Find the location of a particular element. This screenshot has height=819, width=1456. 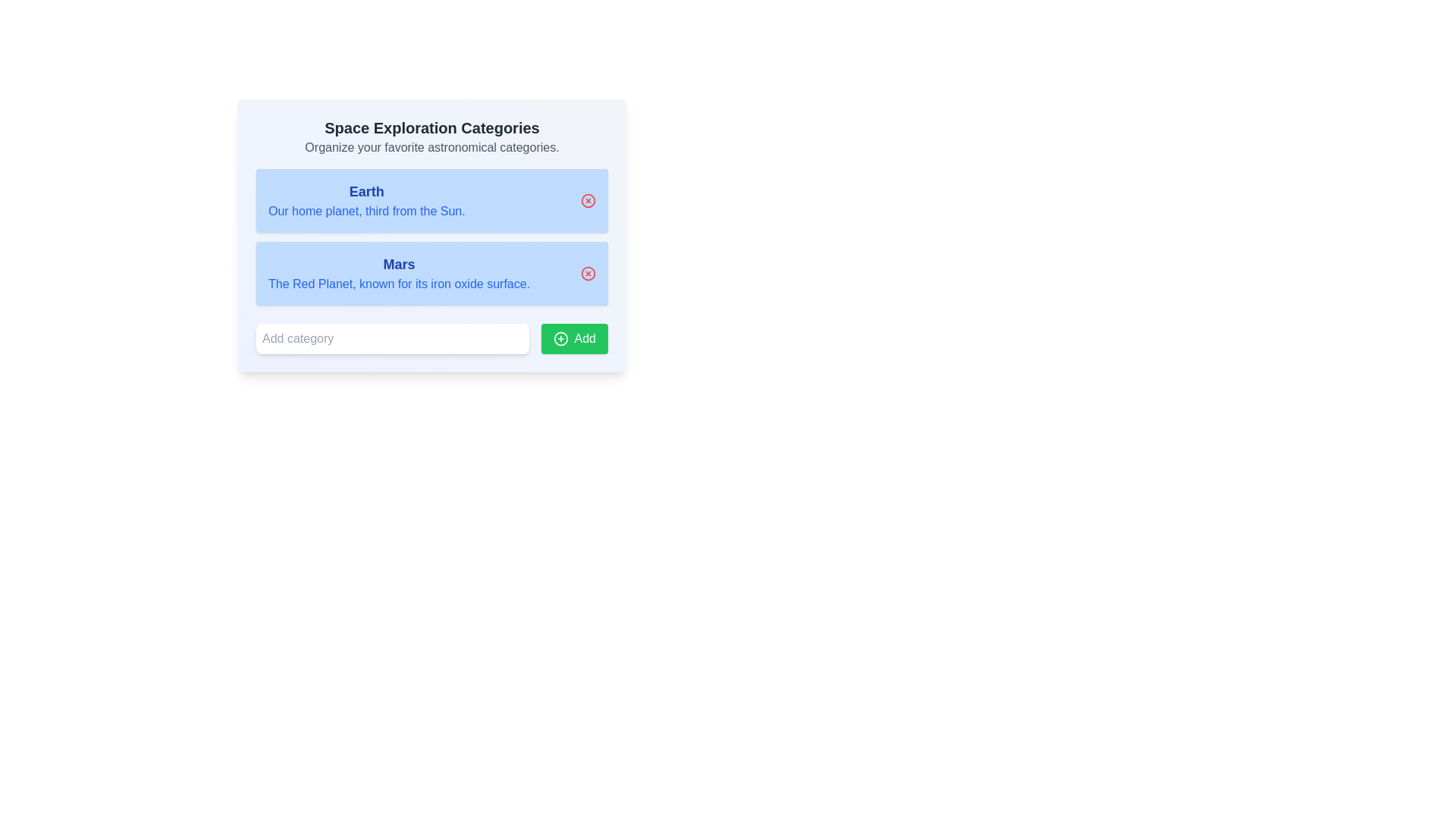

the delete button located in the lower-right corner of the 'Mars' card is located at coordinates (588, 274).